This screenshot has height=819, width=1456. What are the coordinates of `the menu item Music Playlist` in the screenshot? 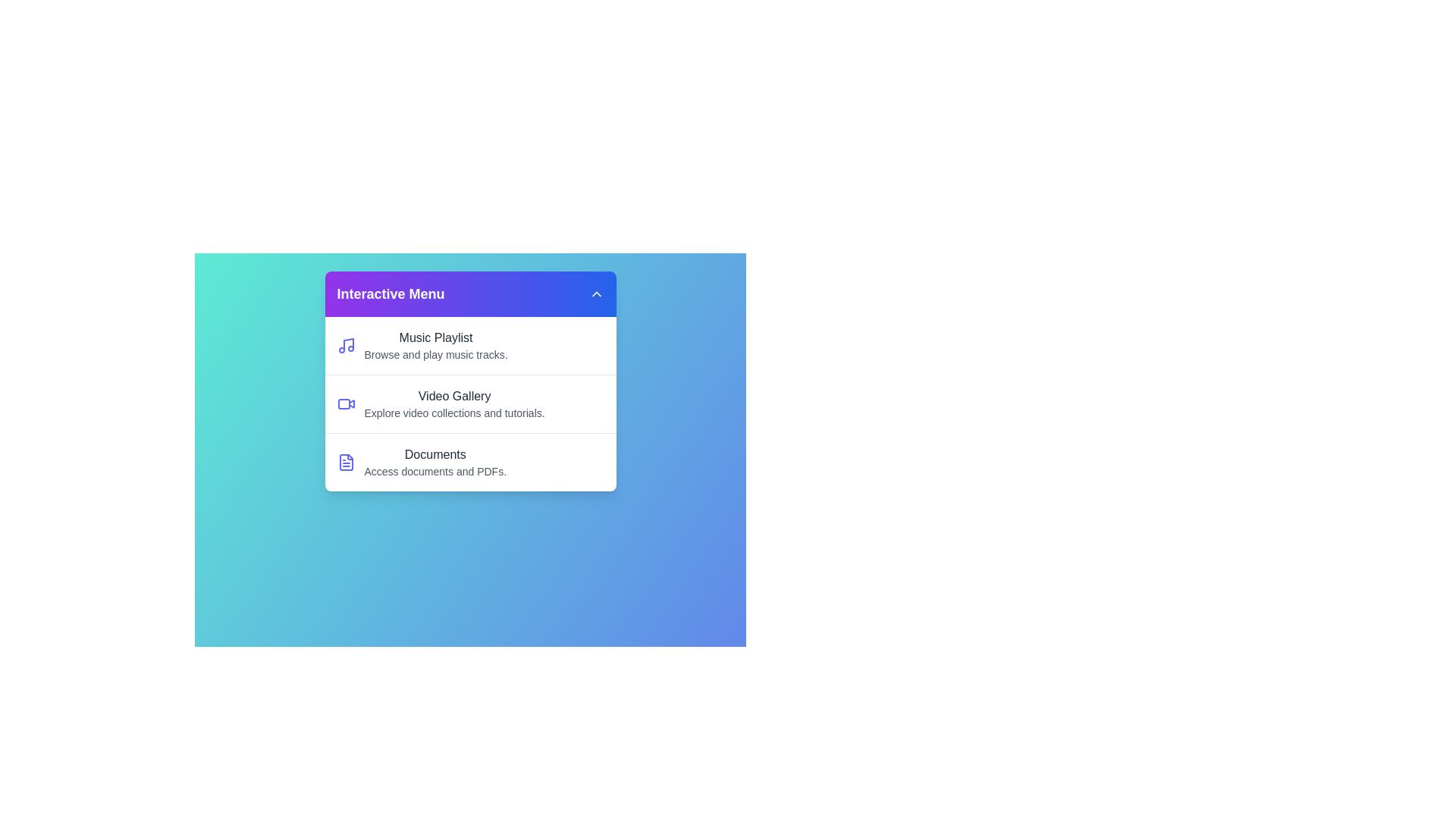 It's located at (469, 345).